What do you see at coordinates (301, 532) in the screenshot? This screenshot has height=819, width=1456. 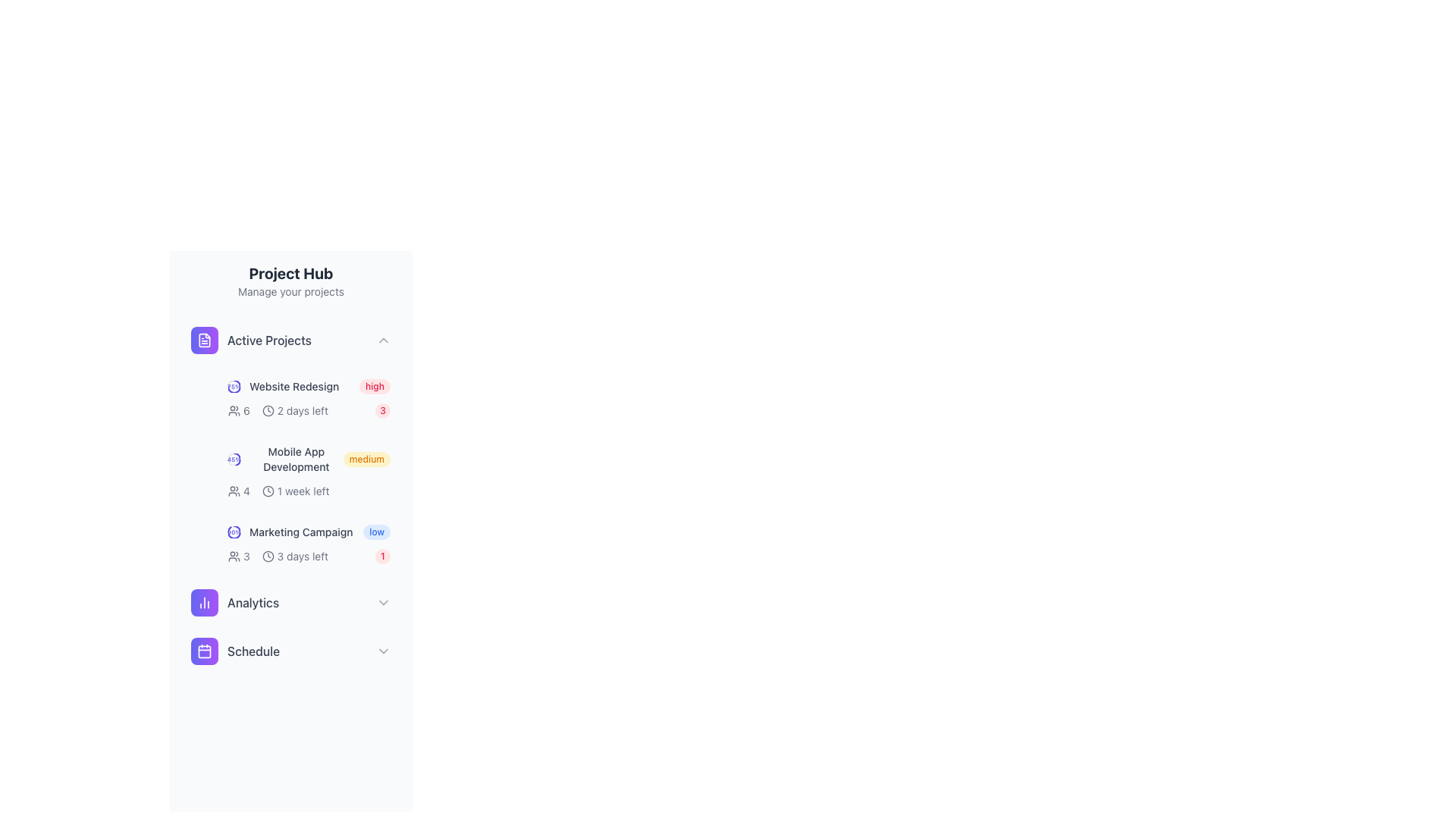 I see `text label 'Marketing Campaign' located in the third position of the 'Active Projects' section, styled with a small font size and medium weight, colored gray` at bounding box center [301, 532].